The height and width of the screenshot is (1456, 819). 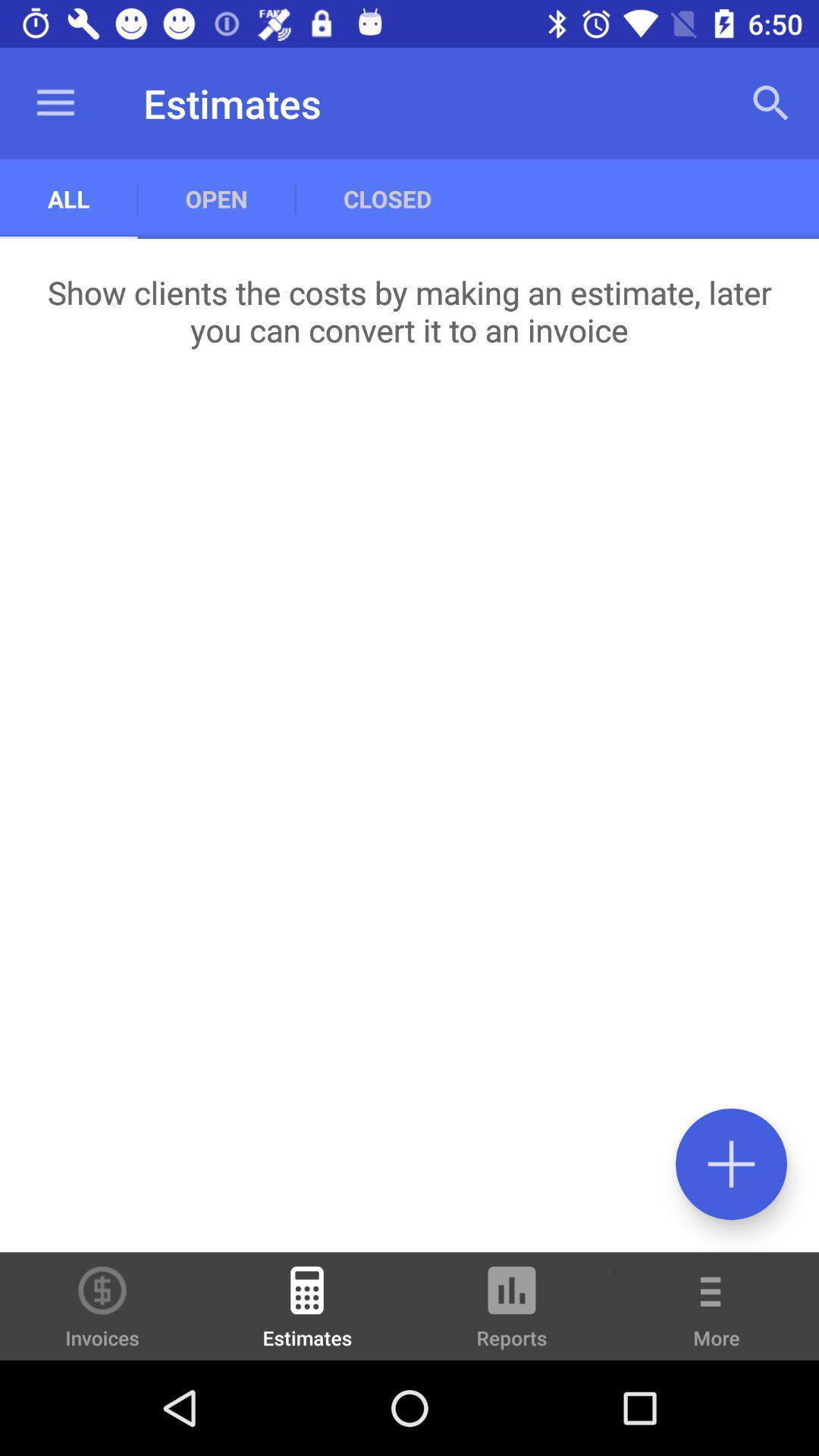 What do you see at coordinates (717, 1316) in the screenshot?
I see `the item to the right of the reports icon` at bounding box center [717, 1316].